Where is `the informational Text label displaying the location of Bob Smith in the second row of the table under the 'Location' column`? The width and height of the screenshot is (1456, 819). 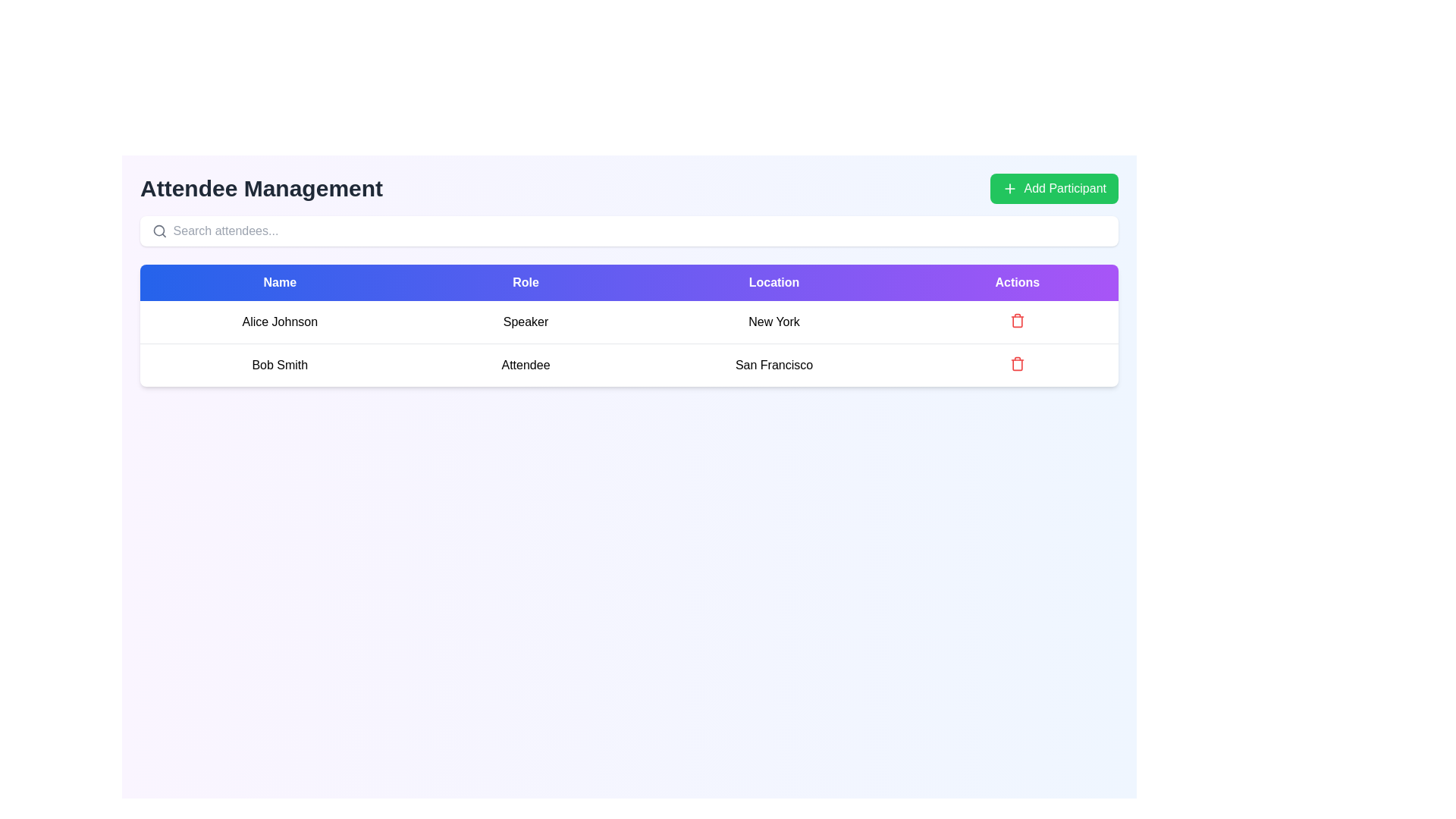 the informational Text label displaying the location of Bob Smith in the second row of the table under the 'Location' column is located at coordinates (774, 365).